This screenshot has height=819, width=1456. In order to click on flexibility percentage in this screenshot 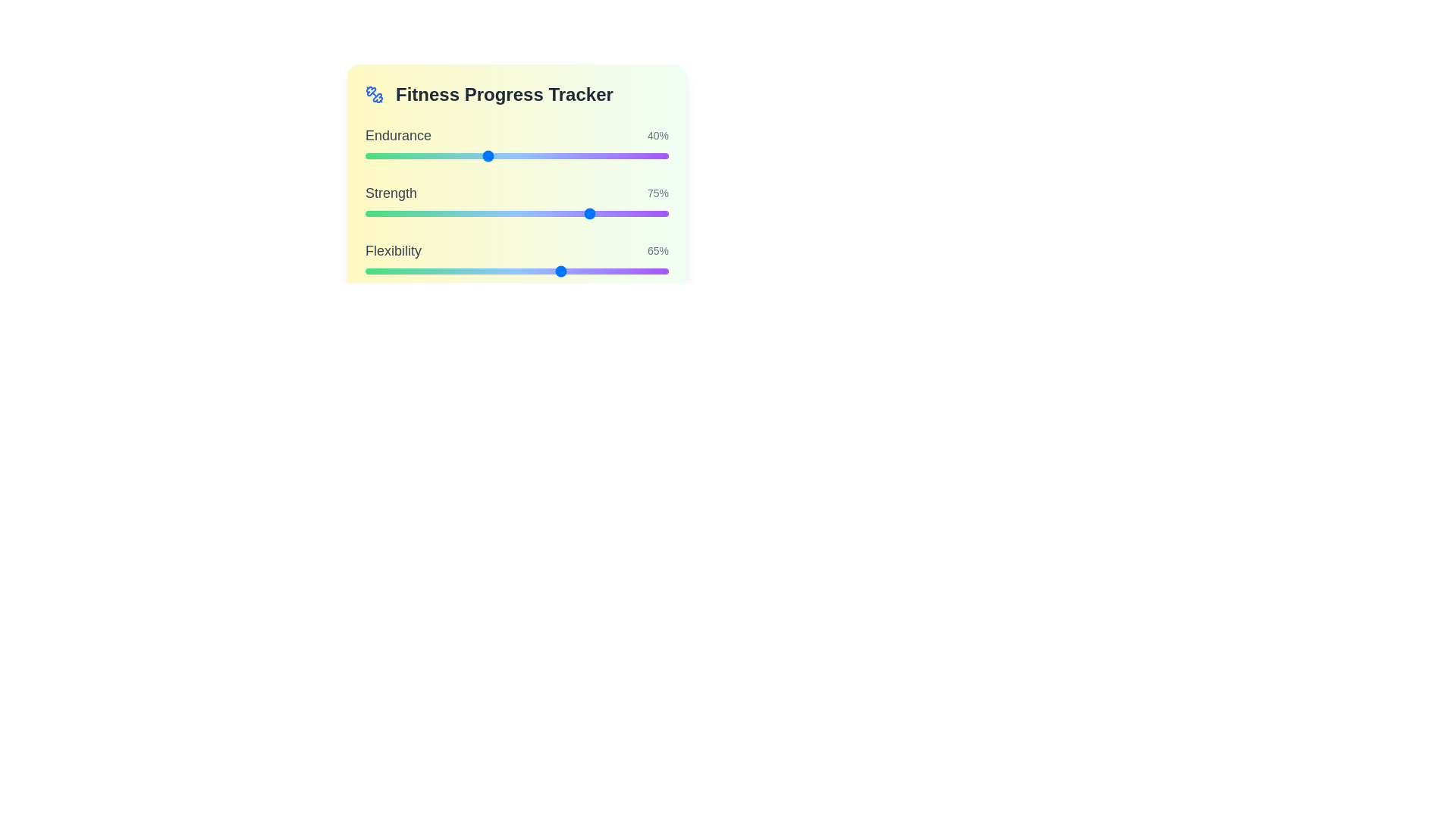, I will do `click(465, 271)`.